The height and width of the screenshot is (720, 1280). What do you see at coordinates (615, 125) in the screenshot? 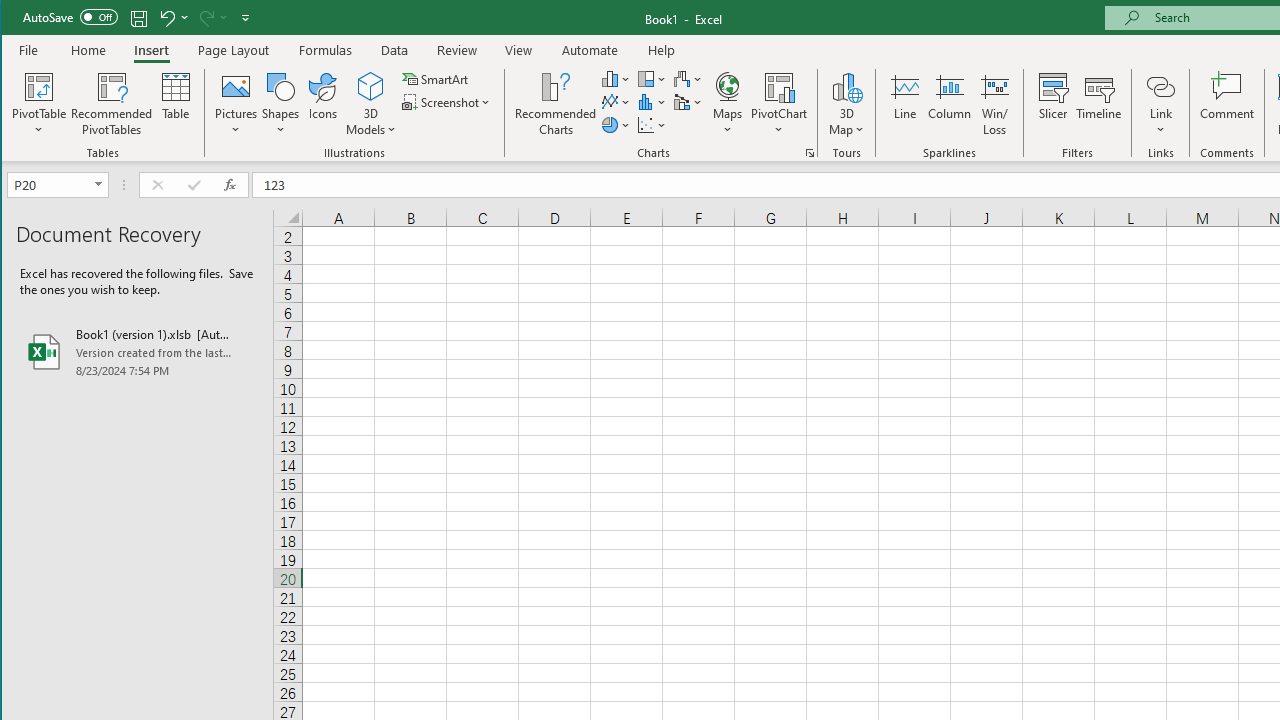
I see `'Insert Pie or Doughnut Chart'` at bounding box center [615, 125].